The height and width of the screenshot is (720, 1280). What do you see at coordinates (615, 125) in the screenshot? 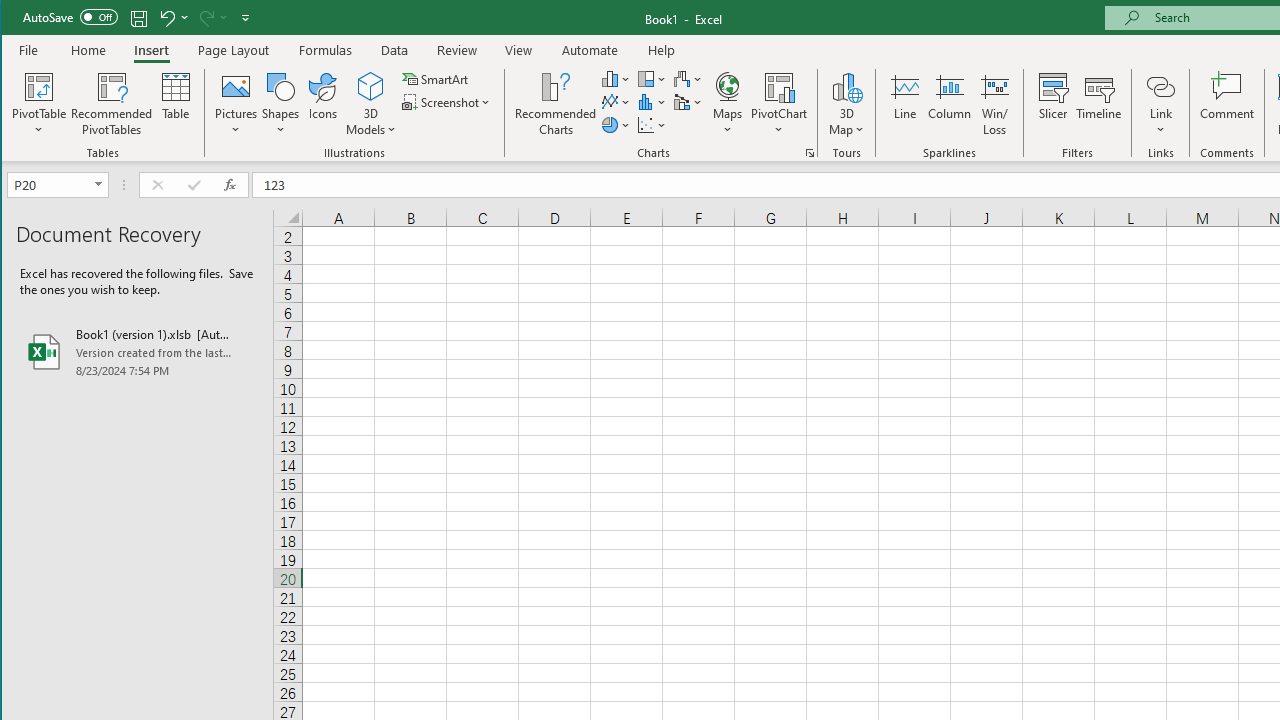
I see `'Insert Pie or Doughnut Chart'` at bounding box center [615, 125].